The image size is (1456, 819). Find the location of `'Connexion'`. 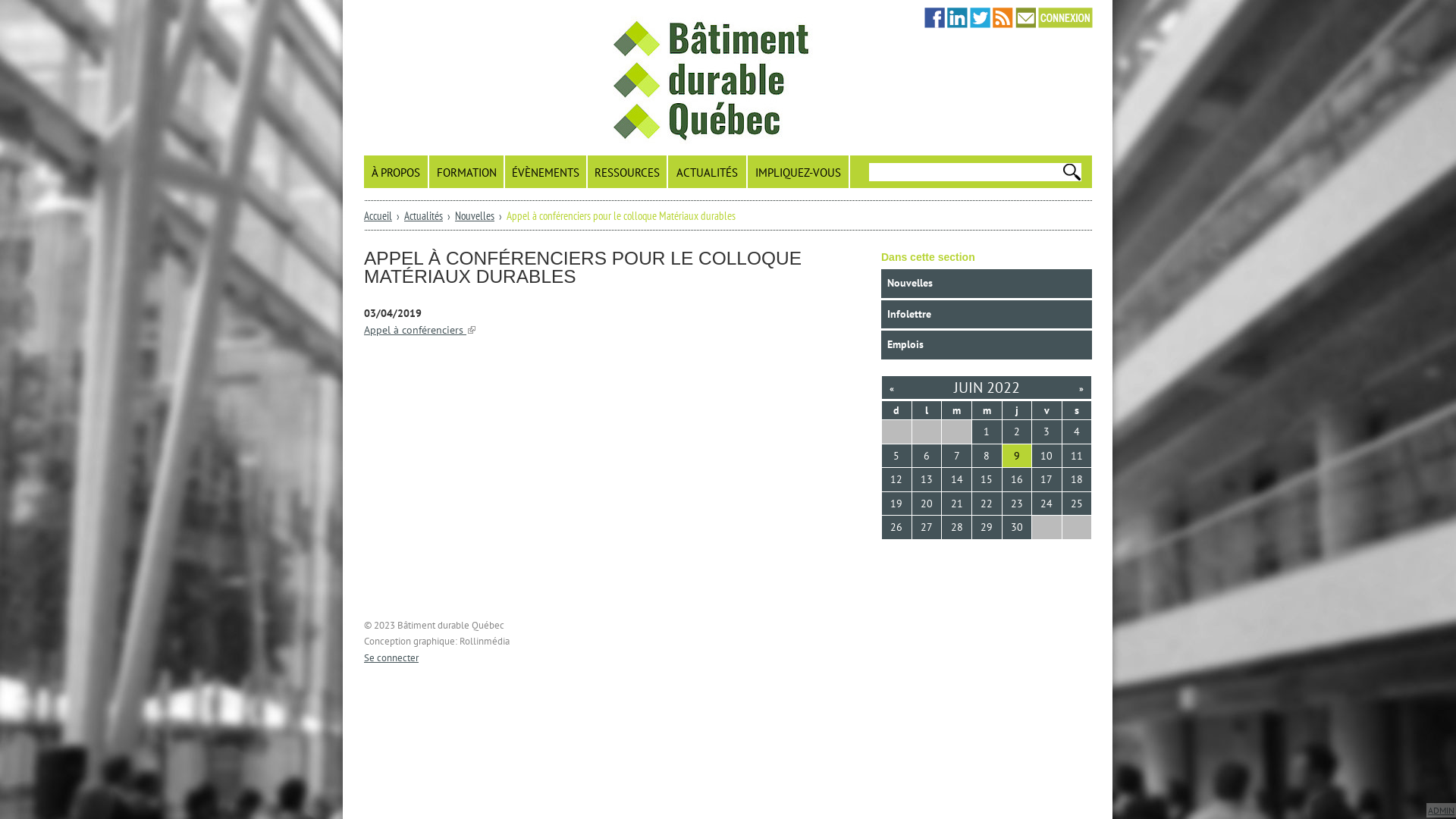

'Connexion' is located at coordinates (1037, 17).